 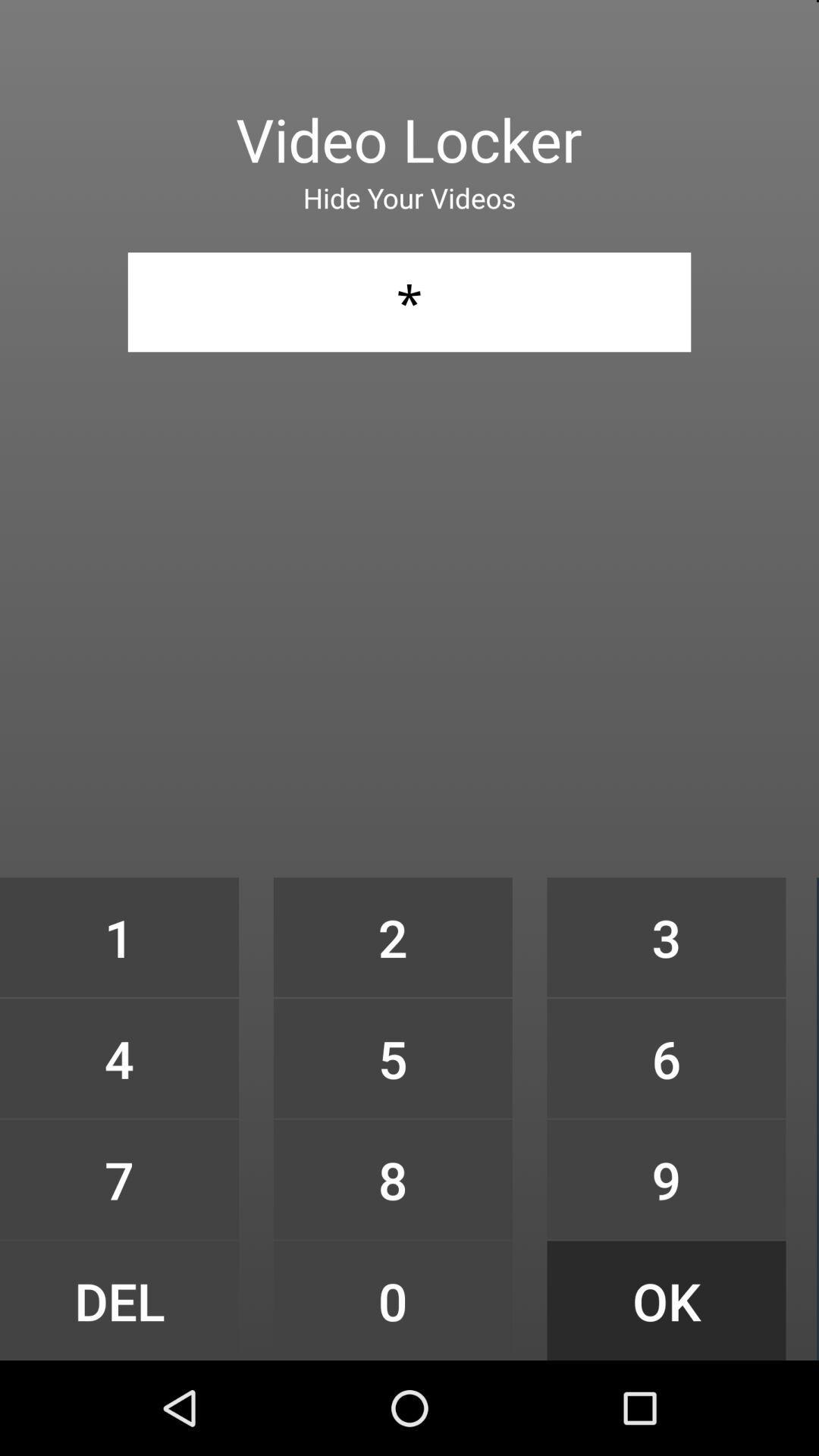 What do you see at coordinates (392, 937) in the screenshot?
I see `the item next to 1 item` at bounding box center [392, 937].